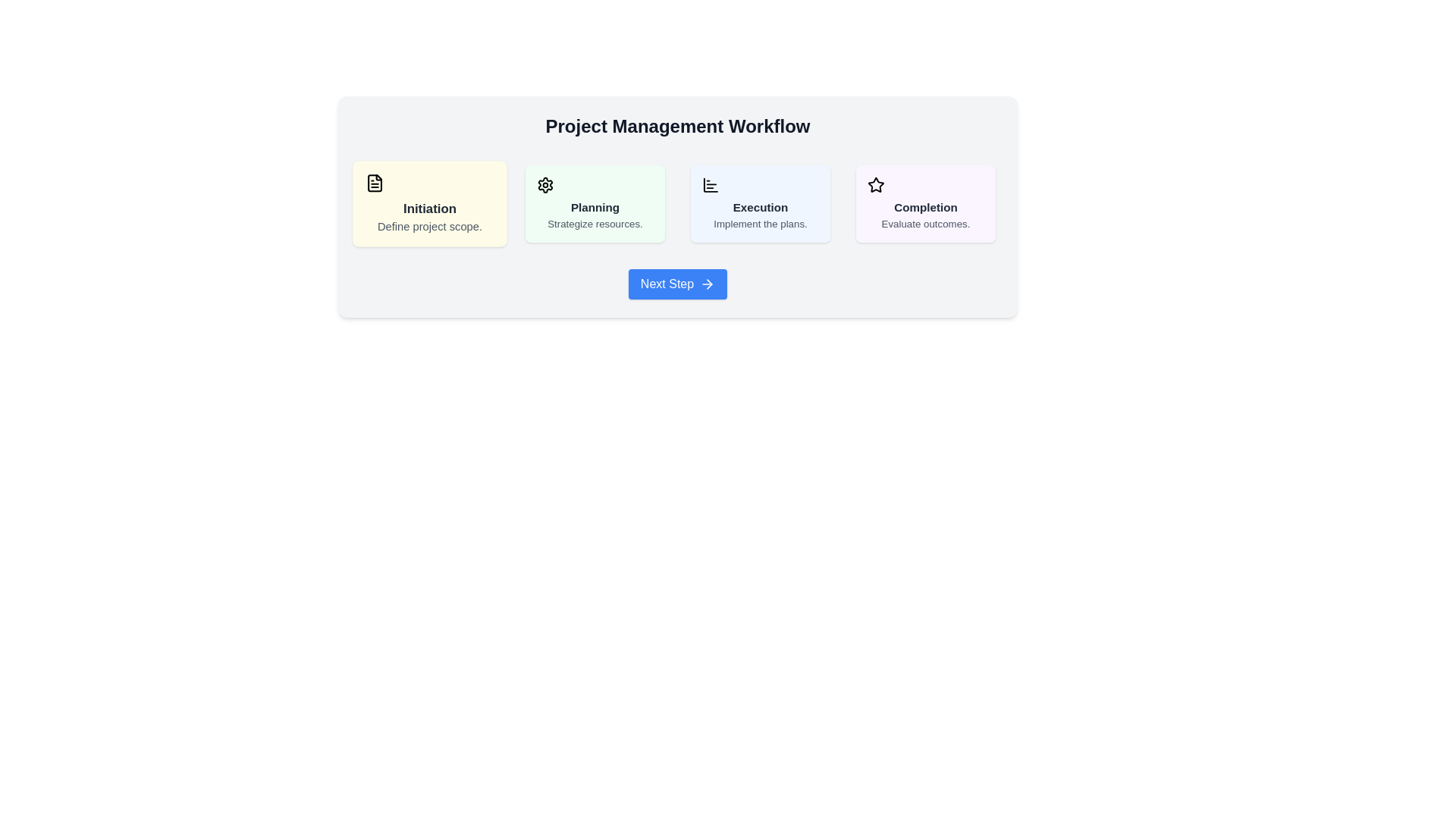 The image size is (1456, 819). What do you see at coordinates (876, 184) in the screenshot?
I see `the SVG star icon located in the fourth card under the heading 'Project Management Workflow' in the 'Completion' card` at bounding box center [876, 184].